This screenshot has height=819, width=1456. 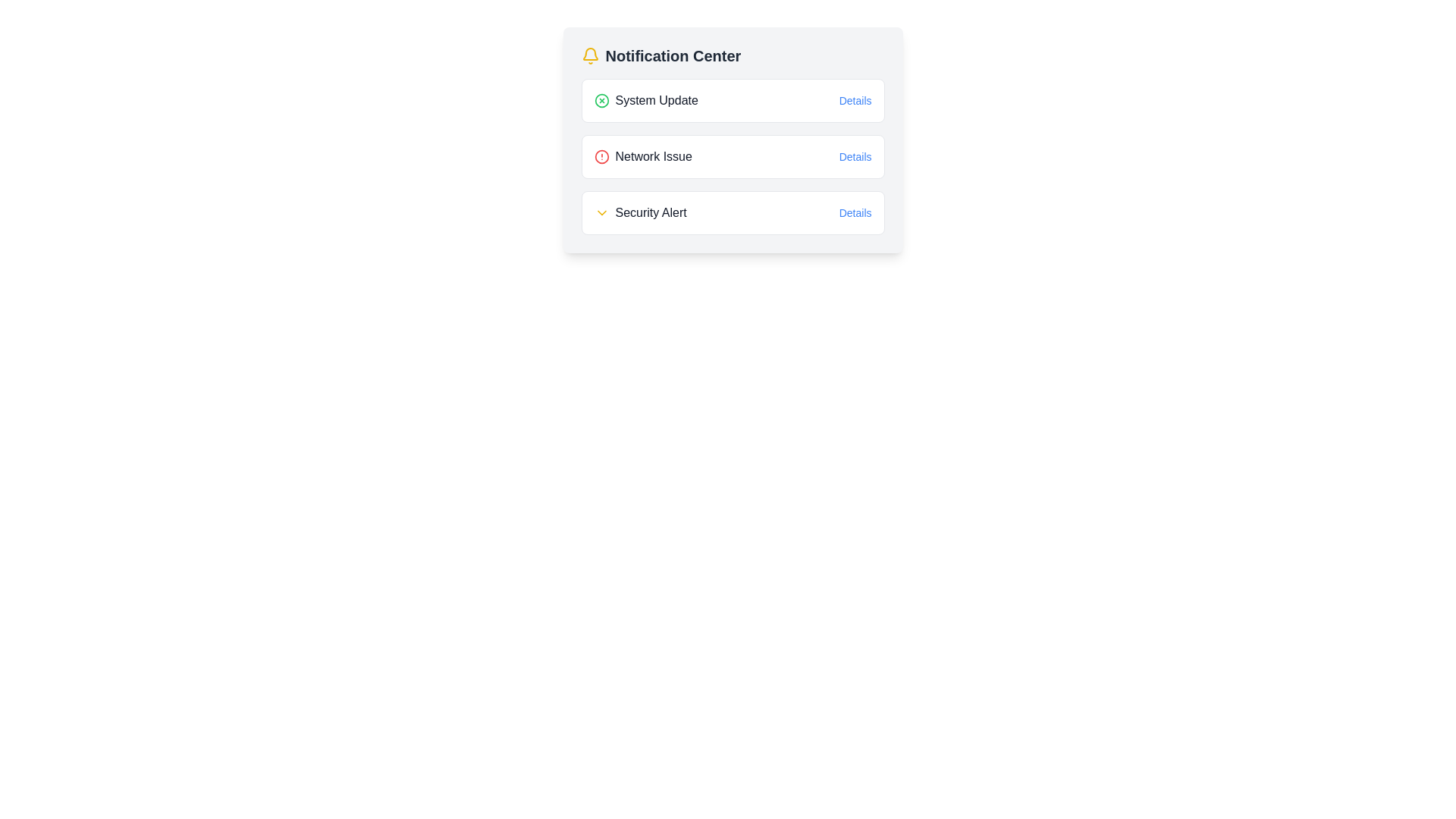 I want to click on the yellow downward pointing chevron icon located to the left of the 'Security Alert' text in the bottom-most row of the notification list, so click(x=601, y=213).